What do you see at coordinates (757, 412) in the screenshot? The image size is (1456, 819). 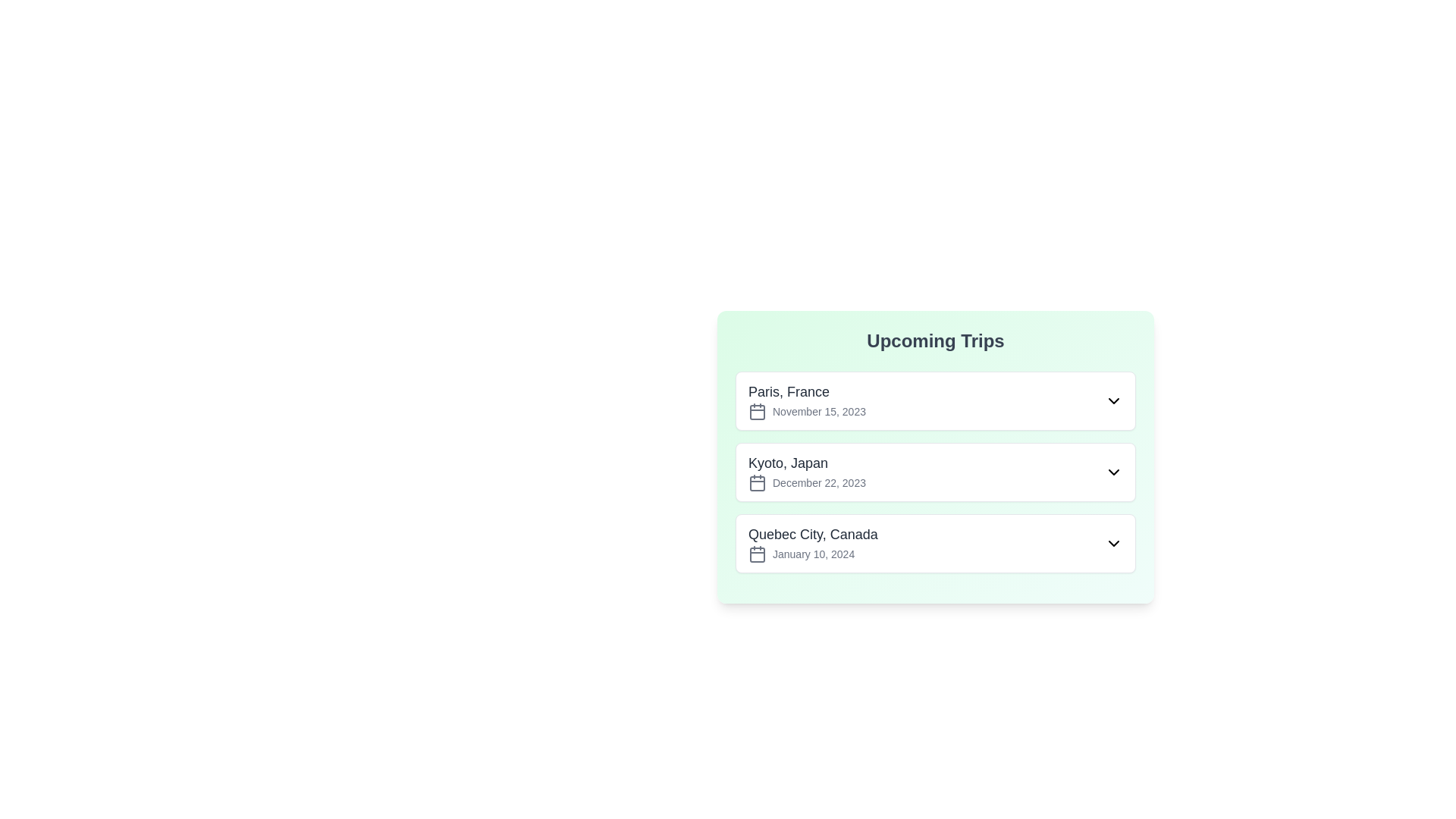 I see `the date icon located immediately to the left of the text 'November 15, 2023' in the upcoming trips section` at bounding box center [757, 412].